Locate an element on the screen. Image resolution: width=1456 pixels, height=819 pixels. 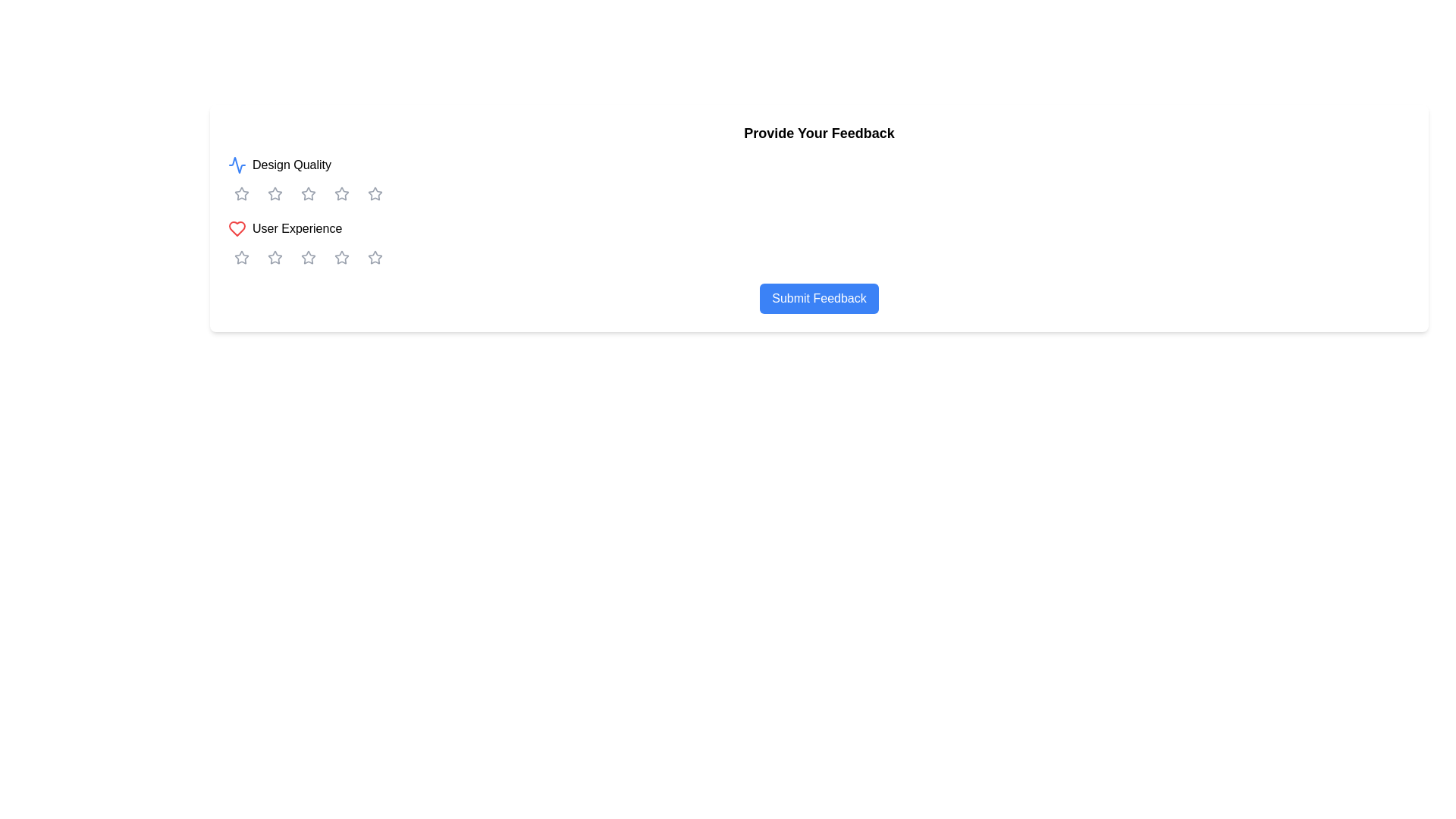
the fifth rating star in the second row under the 'User Experience' category is located at coordinates (375, 256).